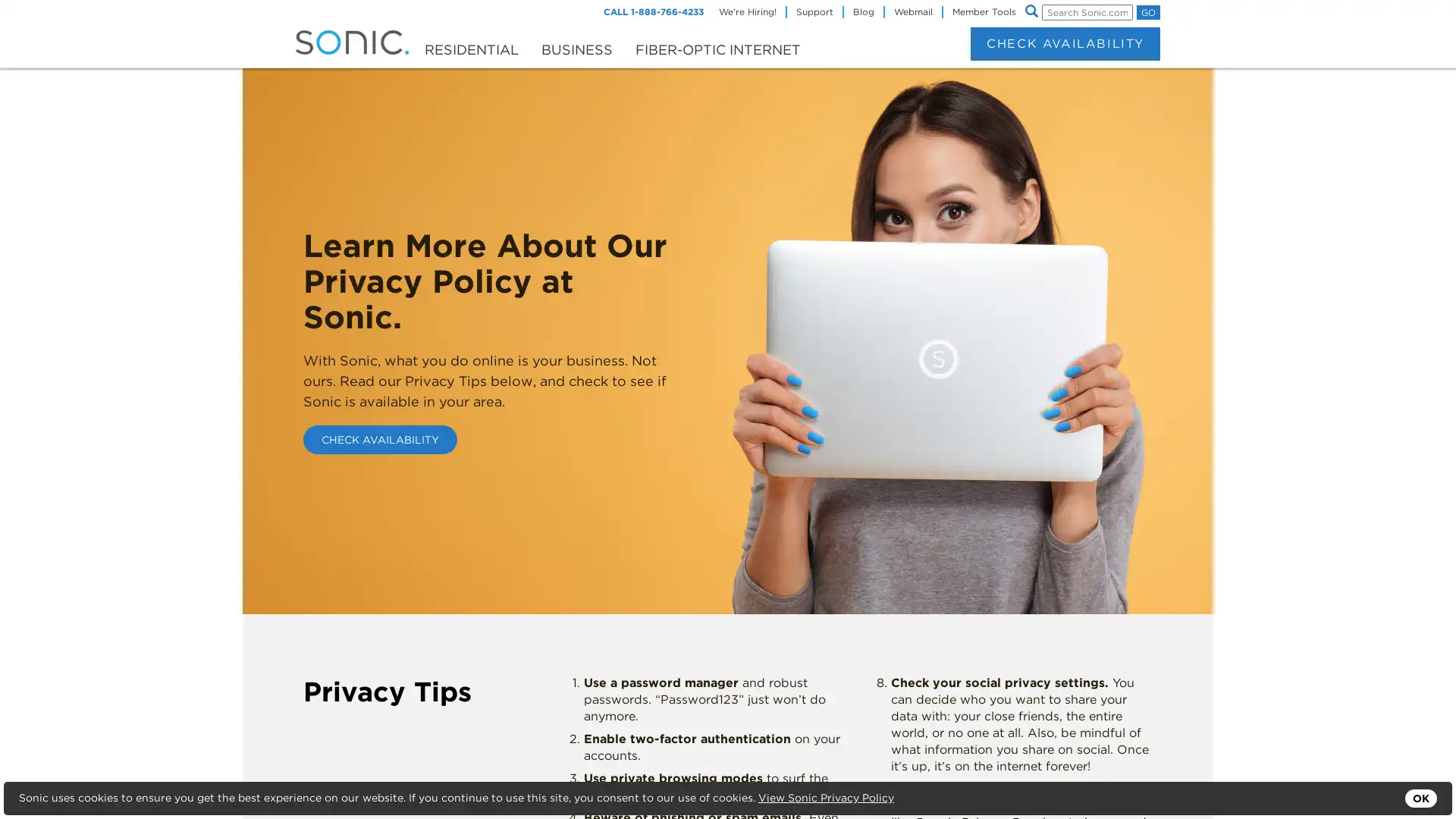  What do you see at coordinates (1148, 12) in the screenshot?
I see `GO` at bounding box center [1148, 12].